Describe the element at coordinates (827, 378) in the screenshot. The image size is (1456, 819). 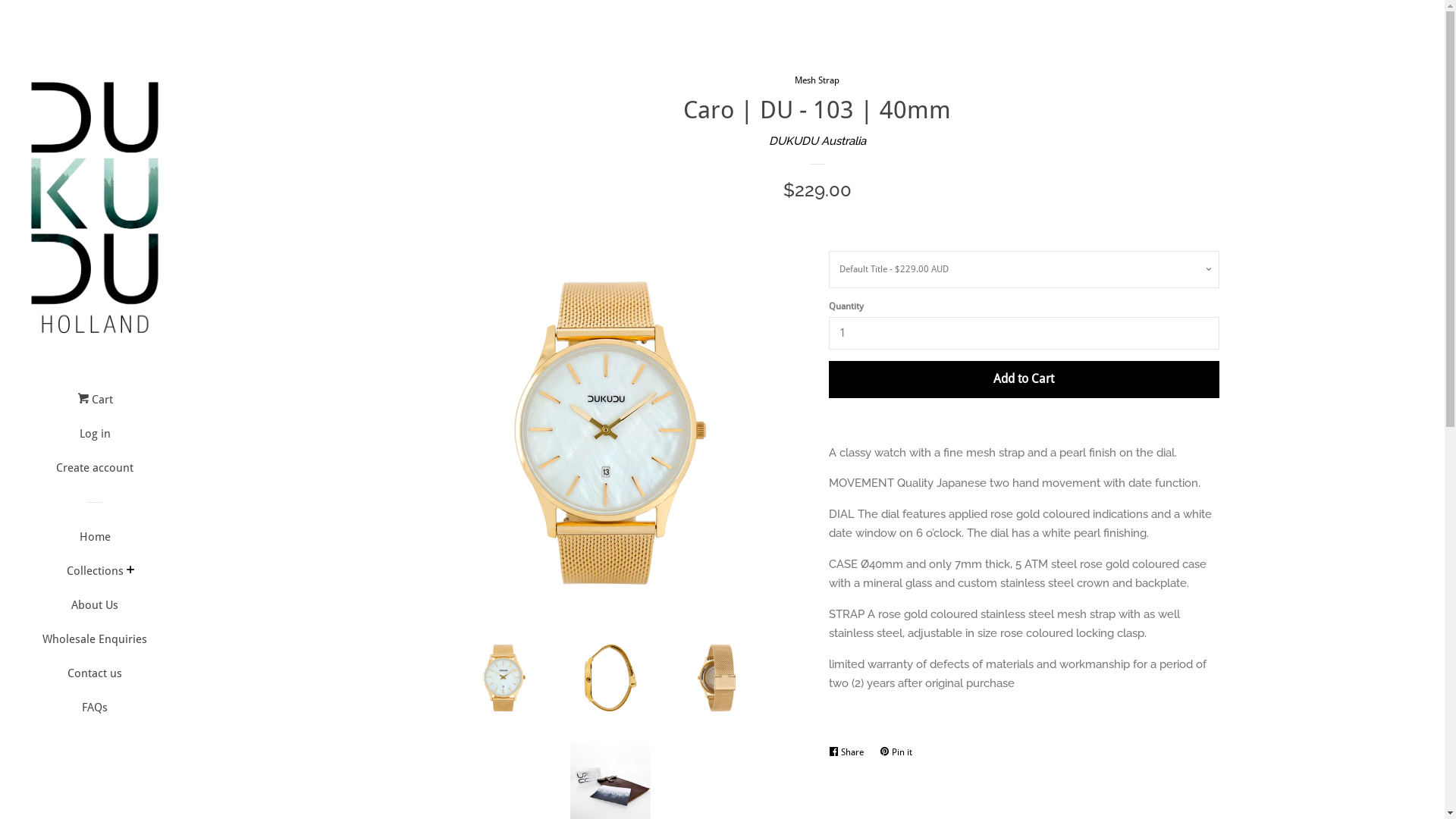
I see `'Add to Cart'` at that location.